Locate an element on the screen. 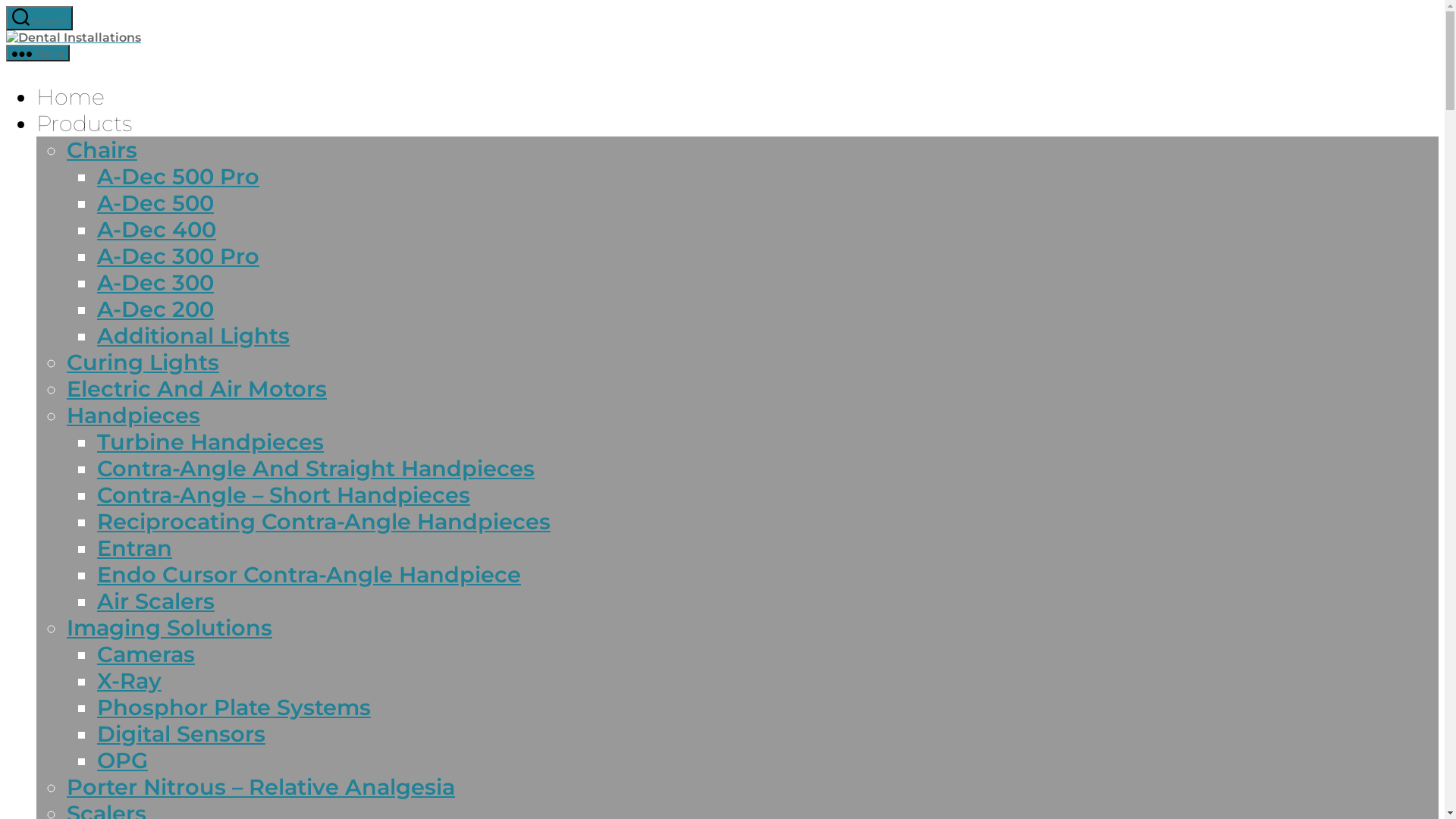  'A-Dec 400' is located at coordinates (156, 229).